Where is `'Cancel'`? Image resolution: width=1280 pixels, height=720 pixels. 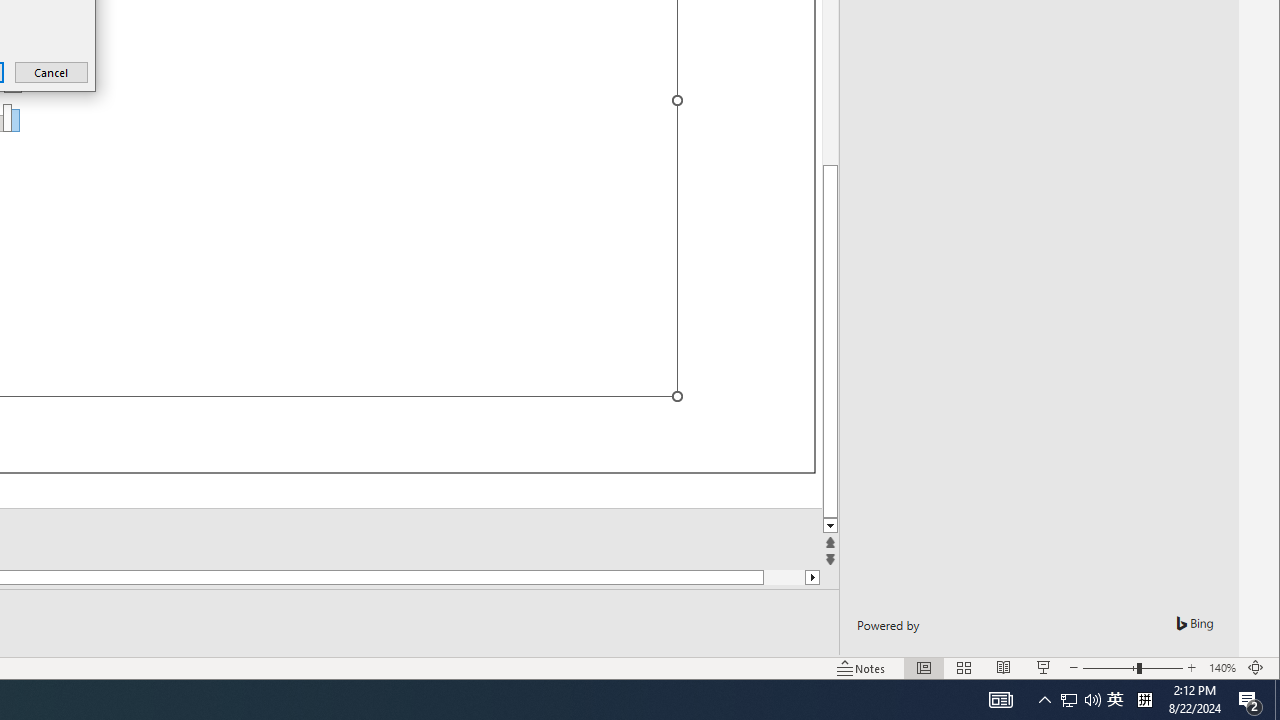
'Cancel' is located at coordinates (51, 71).